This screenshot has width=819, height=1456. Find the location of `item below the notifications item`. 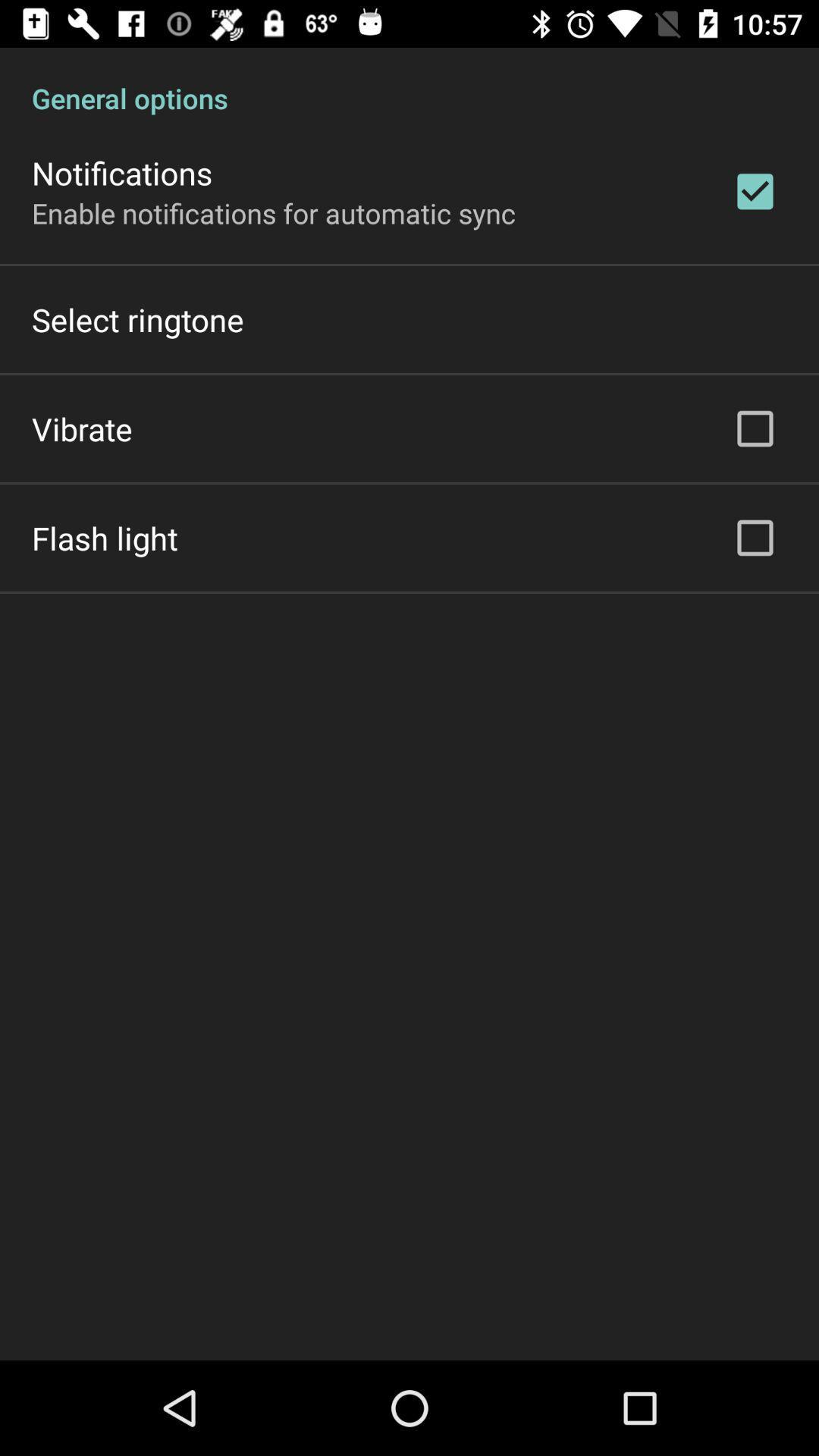

item below the notifications item is located at coordinates (274, 212).